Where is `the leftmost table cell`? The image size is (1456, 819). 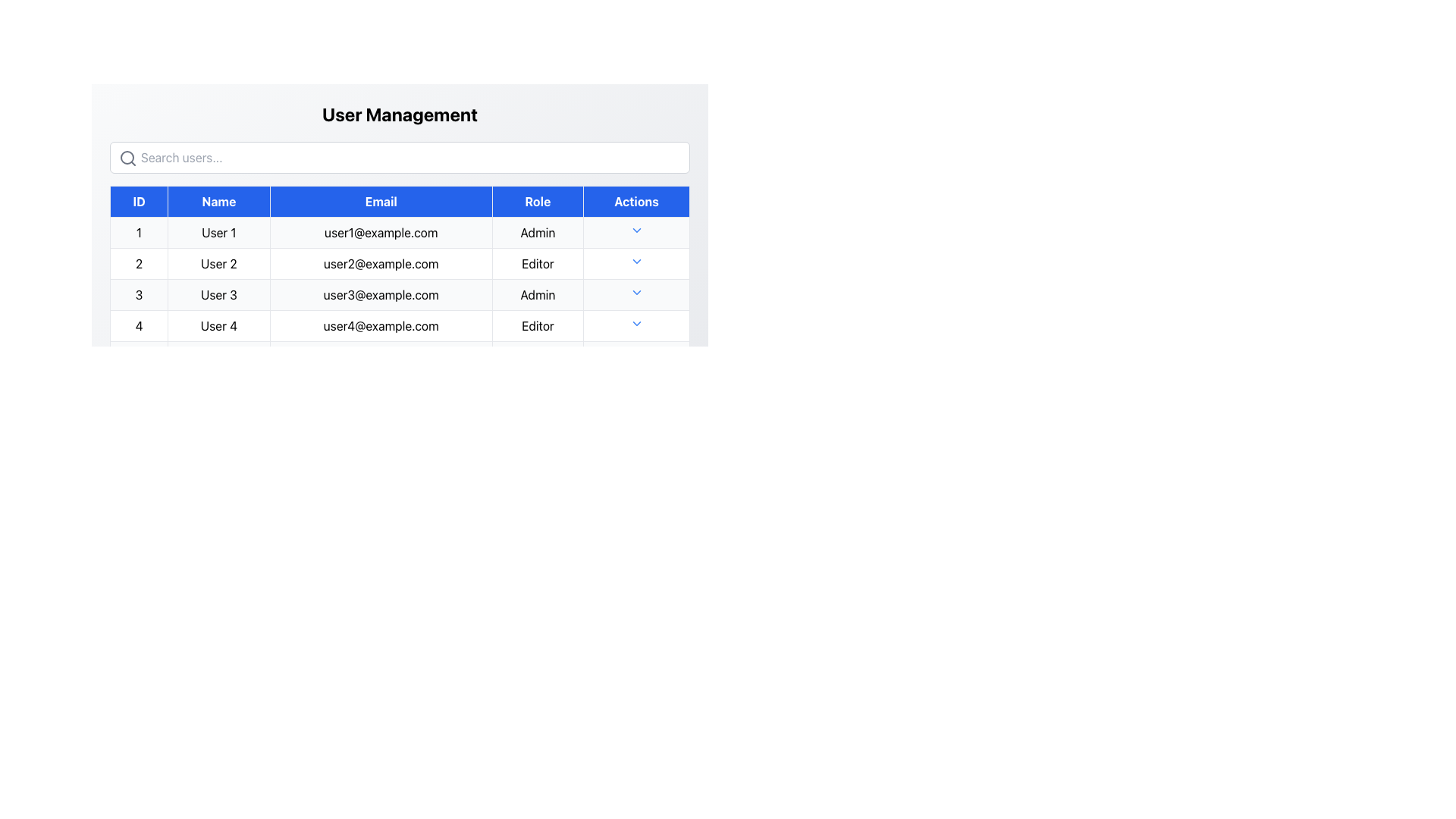
the leftmost table cell is located at coordinates (139, 262).